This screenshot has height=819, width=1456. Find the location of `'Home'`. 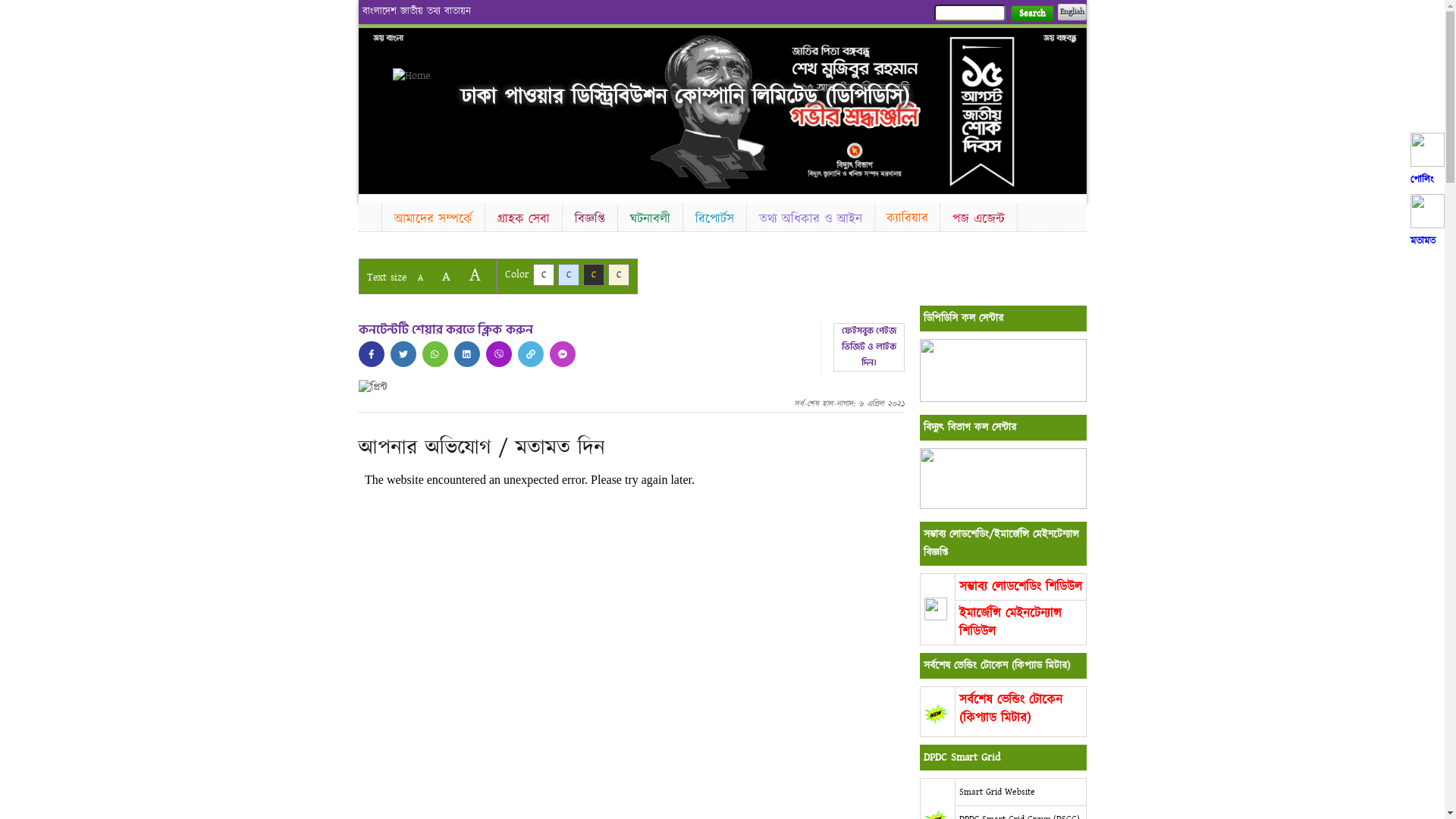

'Home' is located at coordinates (419, 76).